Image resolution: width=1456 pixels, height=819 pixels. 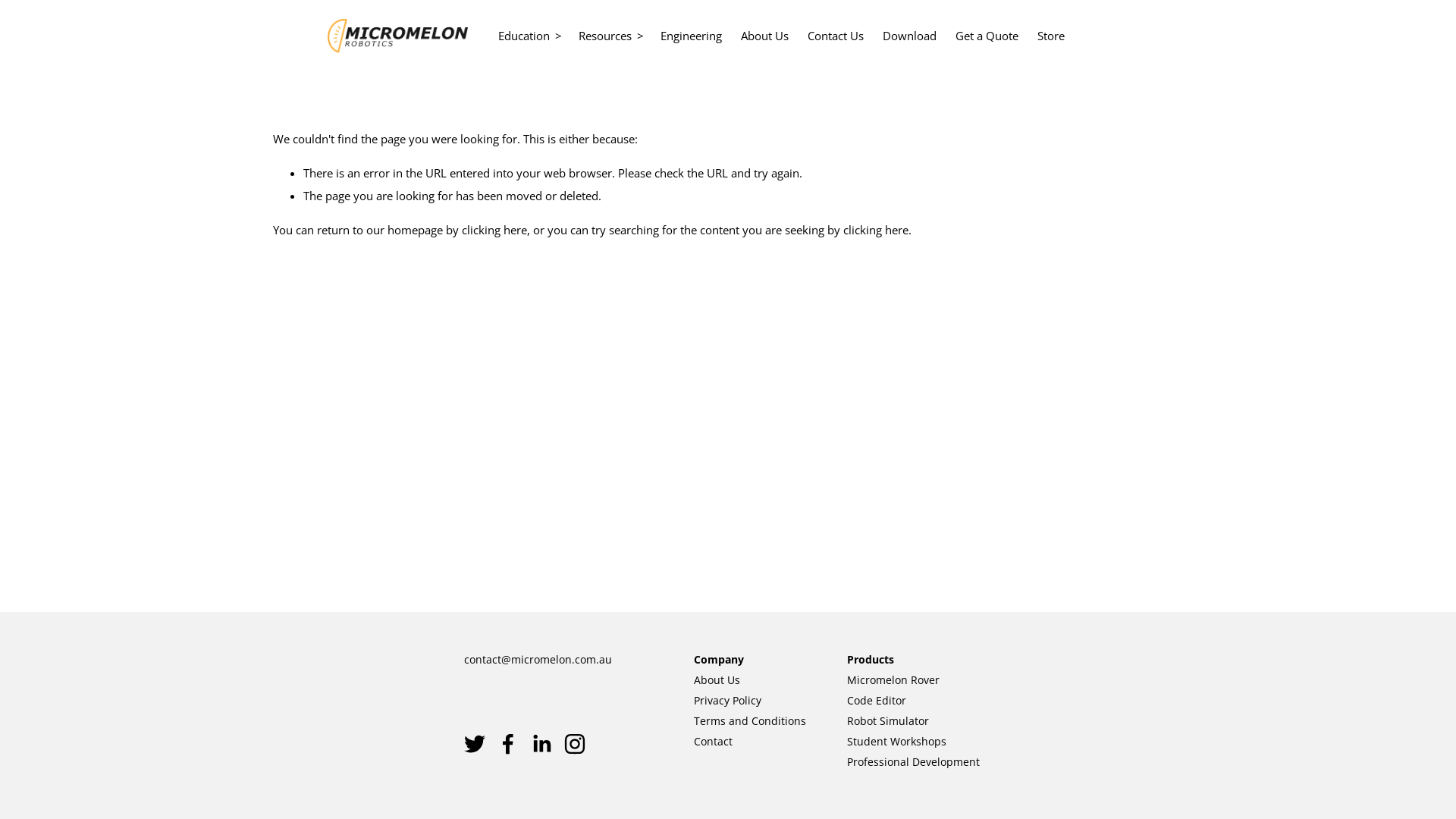 What do you see at coordinates (712, 741) in the screenshot?
I see `'Contact'` at bounding box center [712, 741].